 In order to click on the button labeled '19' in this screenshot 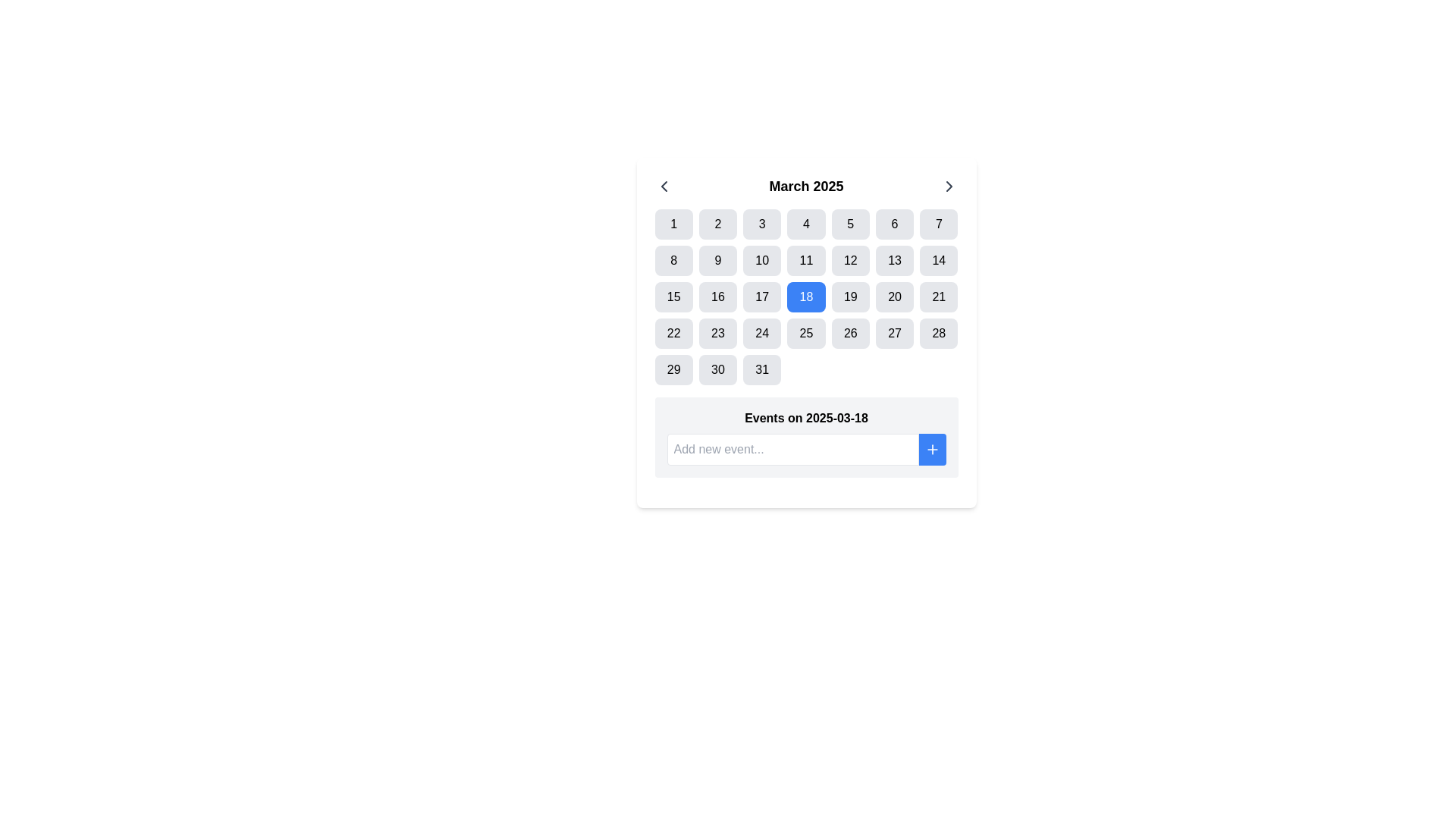, I will do `click(850, 297)`.